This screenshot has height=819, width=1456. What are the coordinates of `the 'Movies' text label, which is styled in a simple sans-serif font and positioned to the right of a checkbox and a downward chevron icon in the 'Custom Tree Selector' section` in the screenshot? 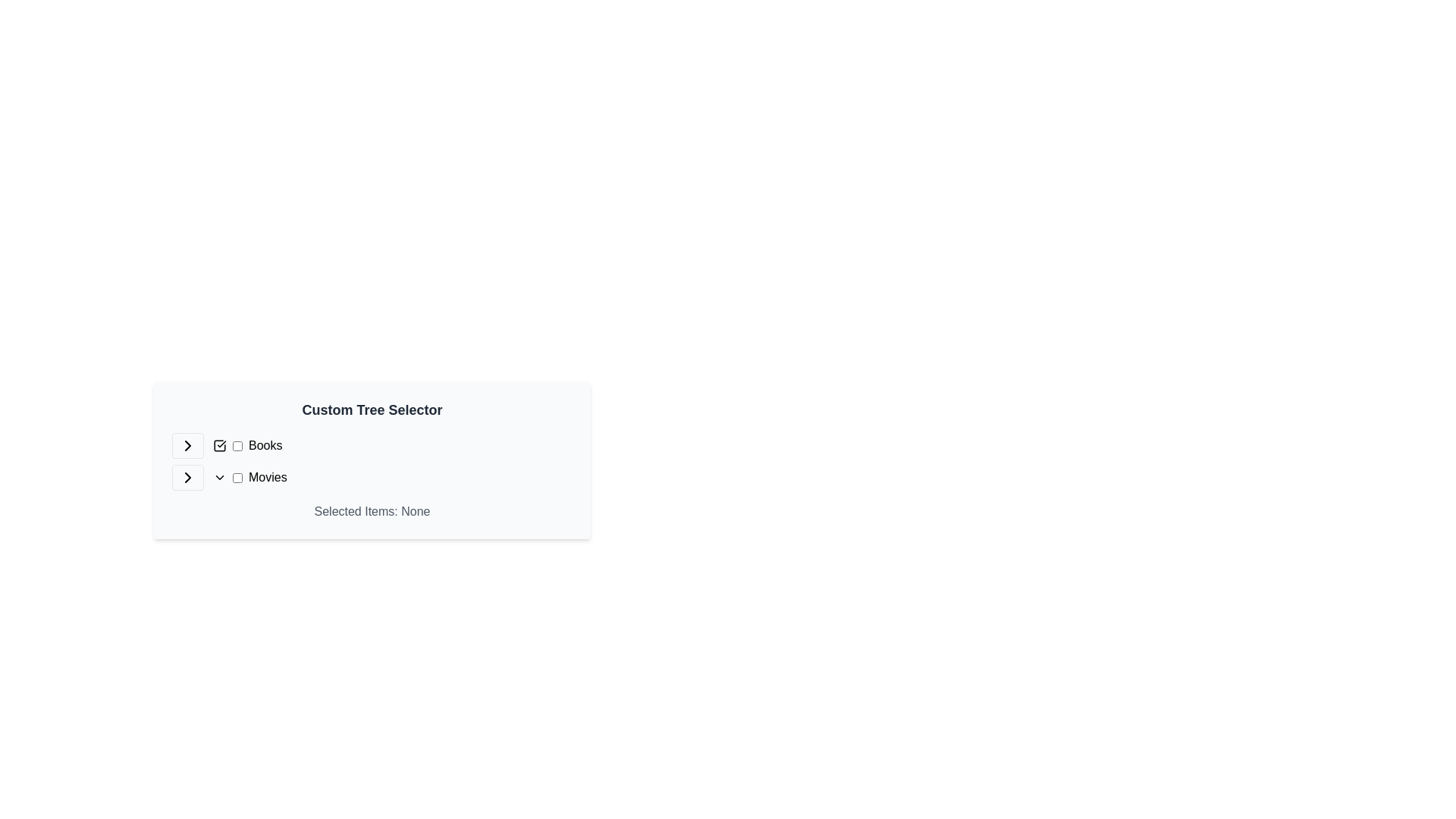 It's located at (249, 476).